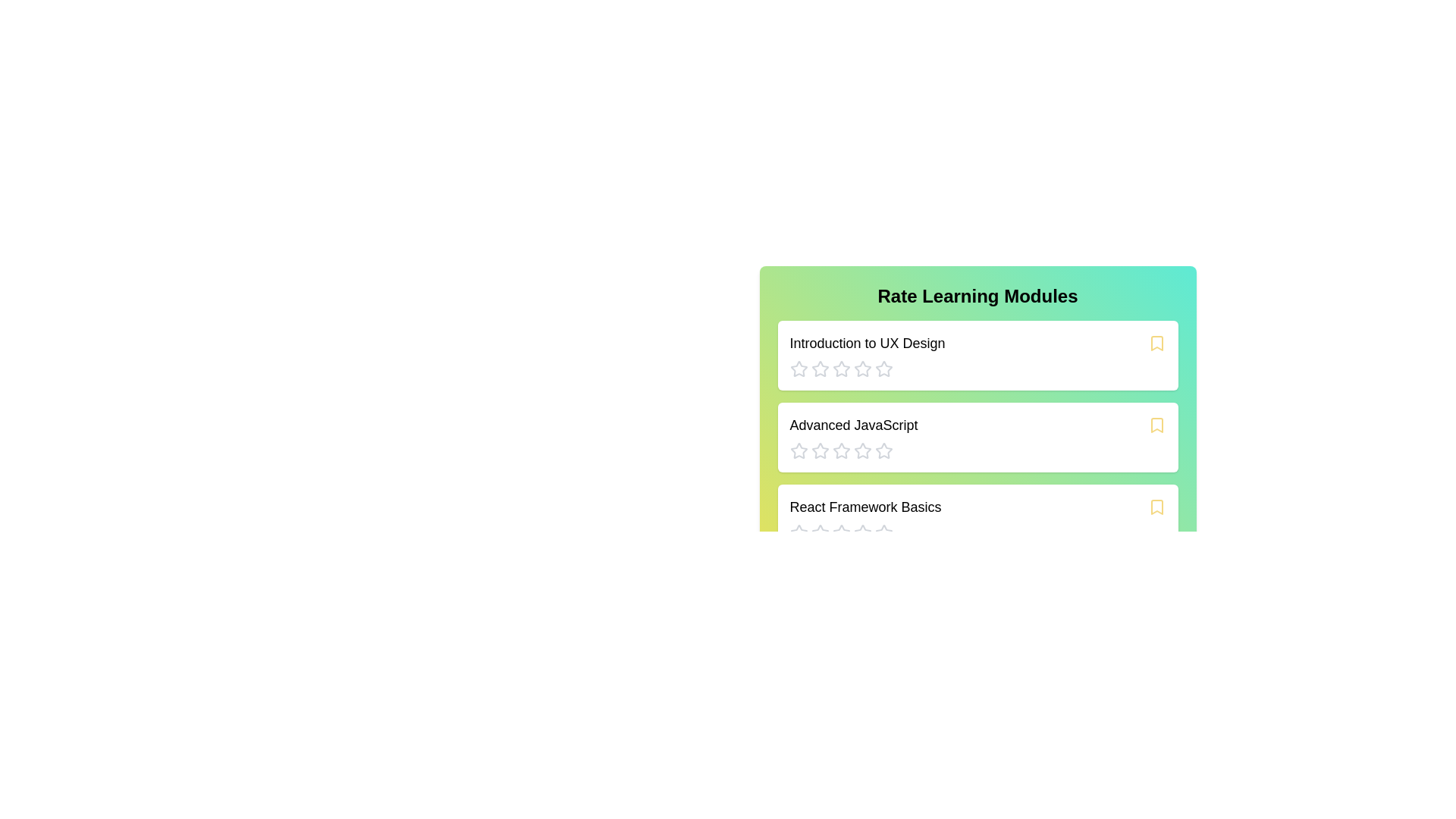 The width and height of the screenshot is (1456, 819). Describe the element at coordinates (977, 356) in the screenshot. I see `the module card titled 'Introduction to UX Design' to explore its content` at that location.